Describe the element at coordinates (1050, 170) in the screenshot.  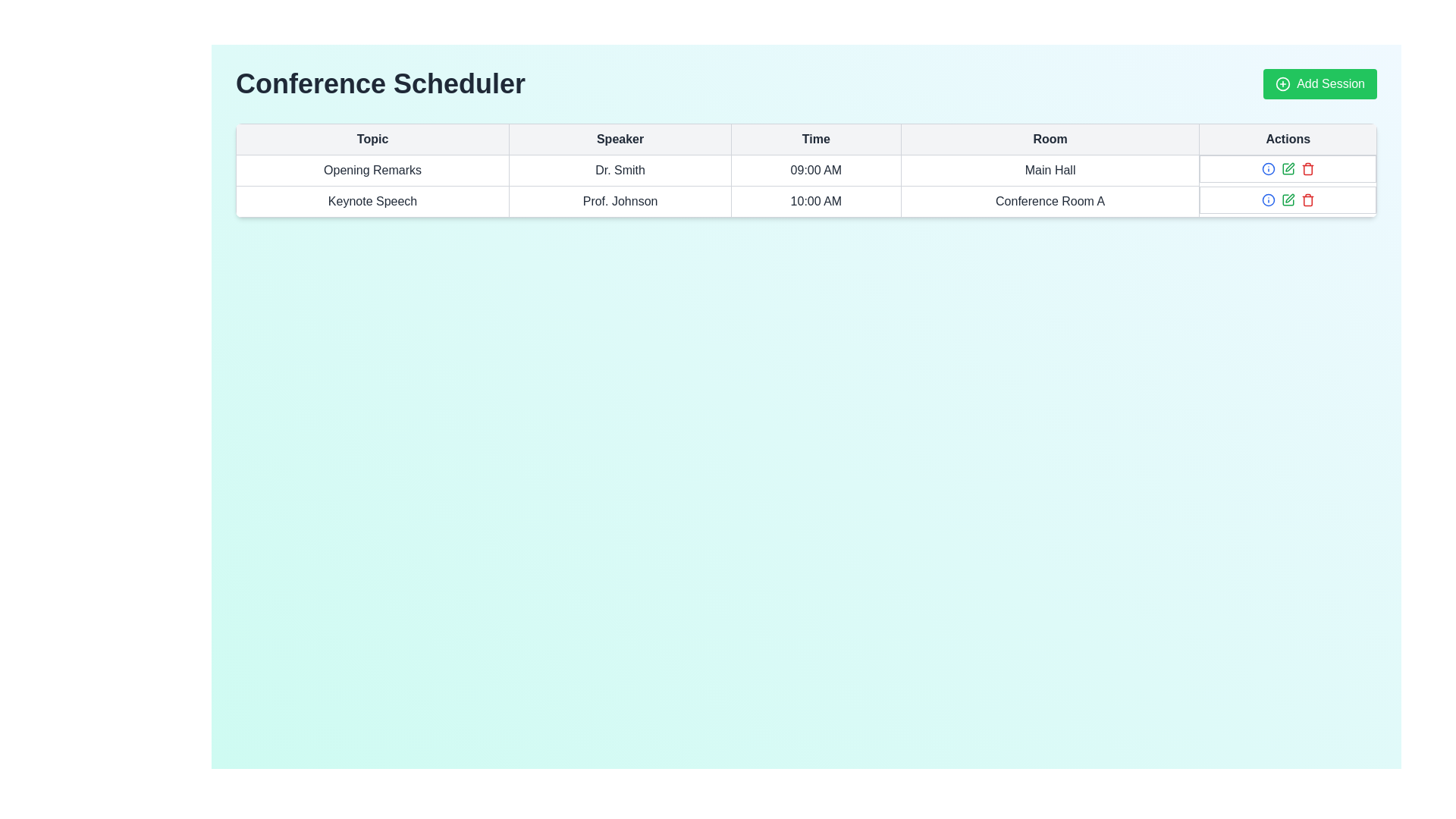
I see `the text label indicating the location of the 'Opening Remarks' session at 09:00 AM, which is located in the fourth column of the first data row` at that location.